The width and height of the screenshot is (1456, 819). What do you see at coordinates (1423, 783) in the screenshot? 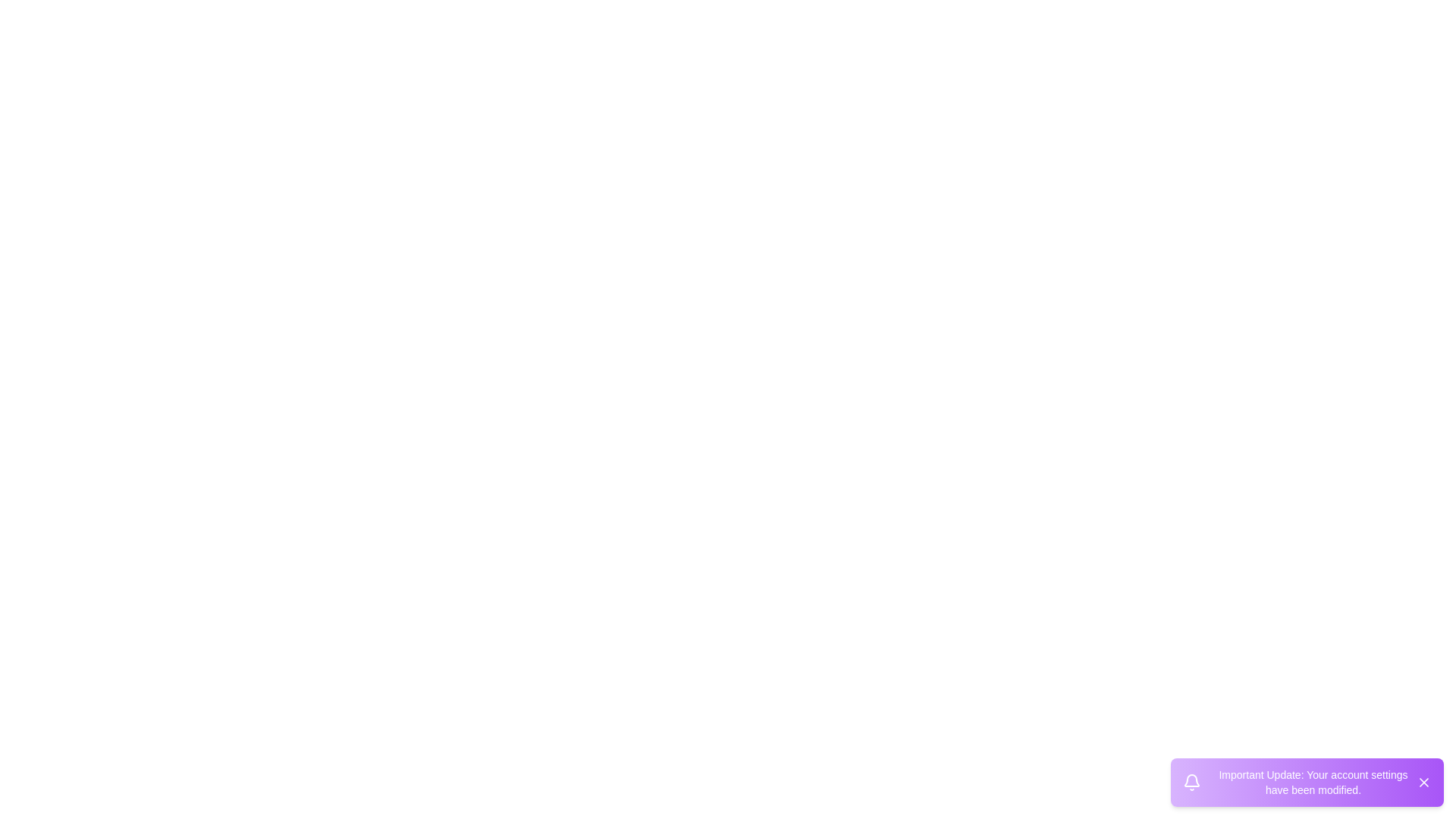
I see `close button on the snackbar to dismiss it` at bounding box center [1423, 783].